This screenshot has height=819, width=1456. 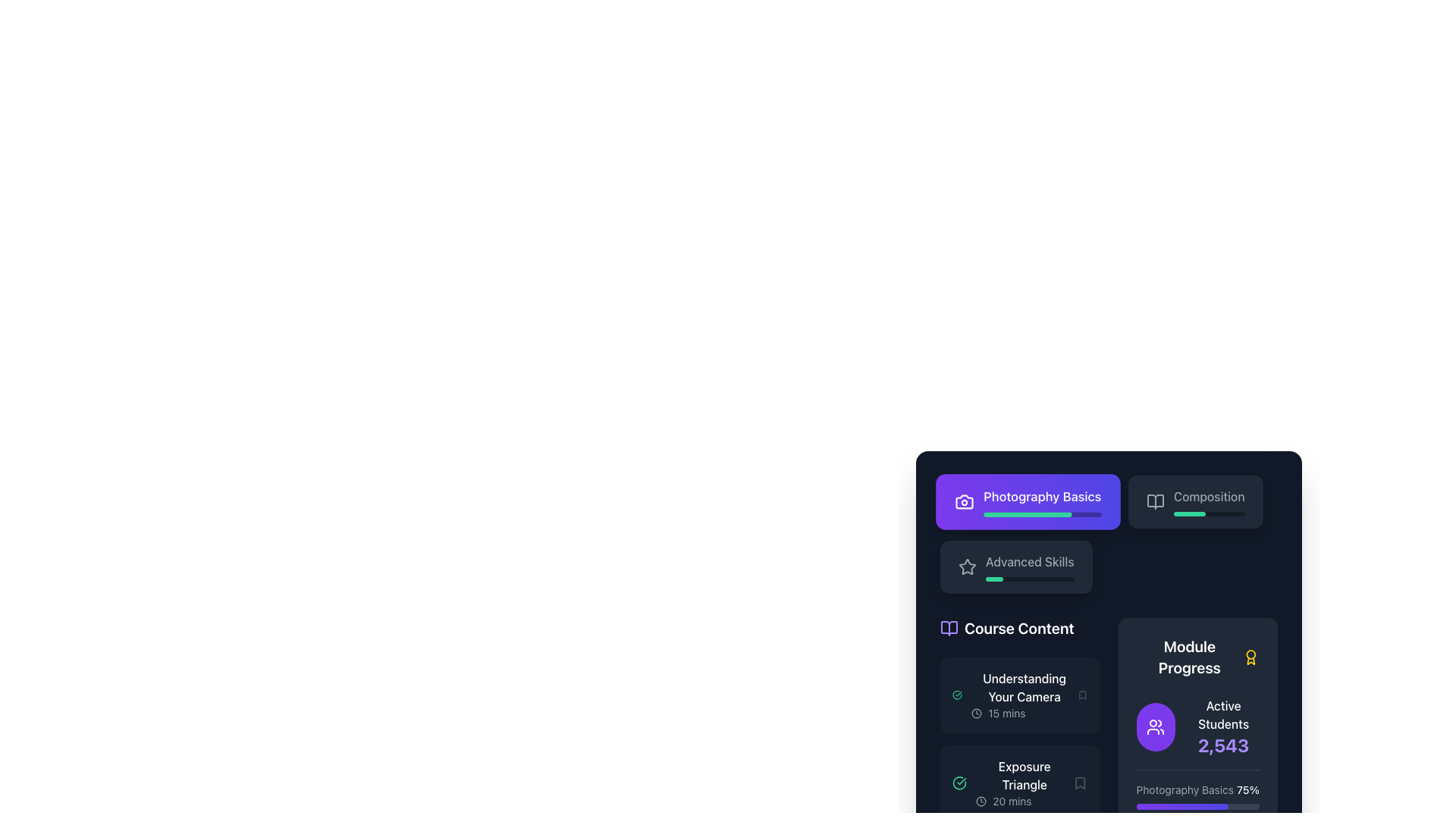 I want to click on the Informational display for 'Active Students', which features a purple circular icon with a white outline of two figures and the text 'Active Students' in white, along with the number '2,543' in bold violet hue, so click(x=1197, y=726).